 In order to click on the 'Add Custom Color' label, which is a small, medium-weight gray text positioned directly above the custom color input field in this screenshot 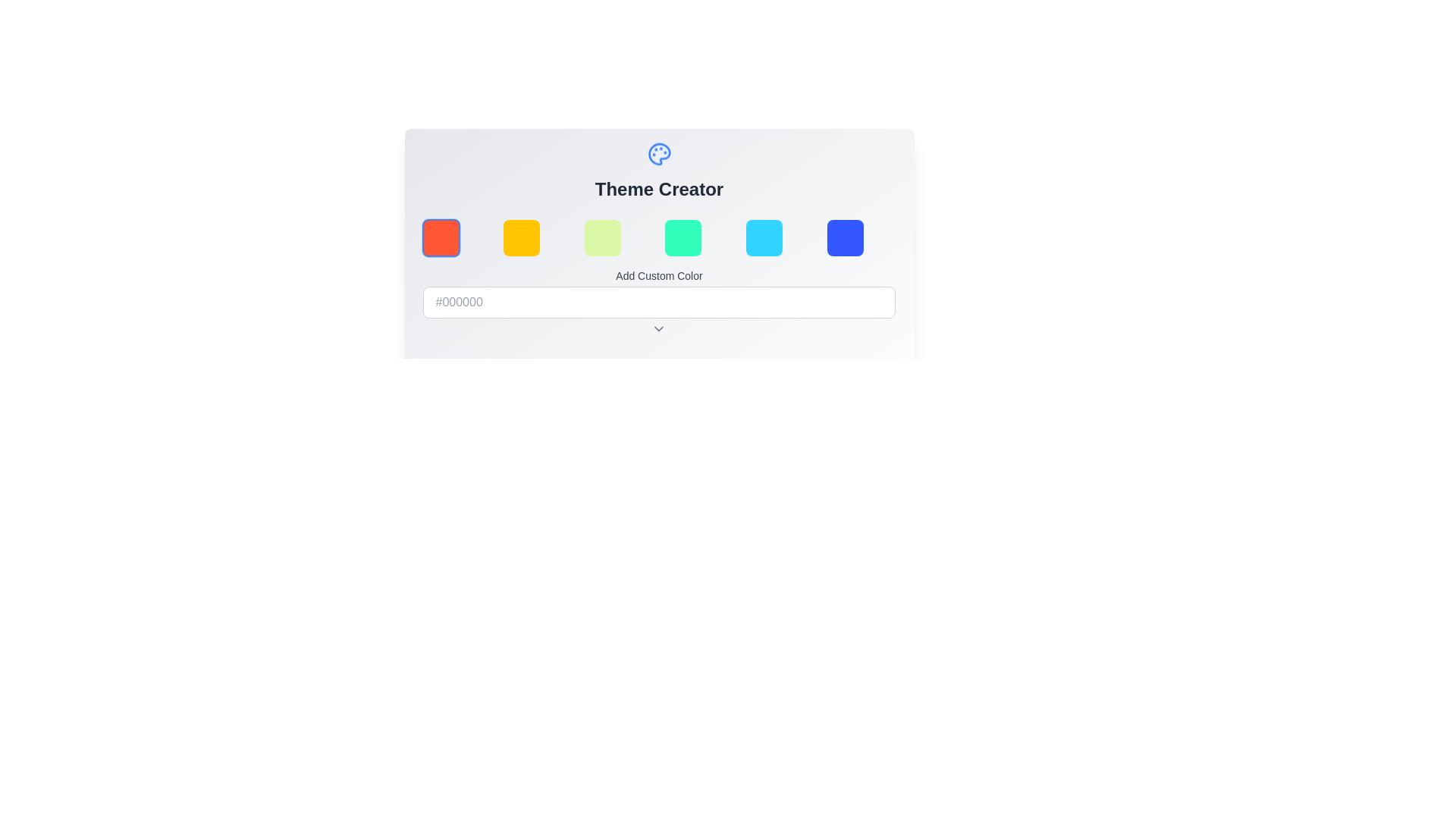, I will do `click(659, 275)`.